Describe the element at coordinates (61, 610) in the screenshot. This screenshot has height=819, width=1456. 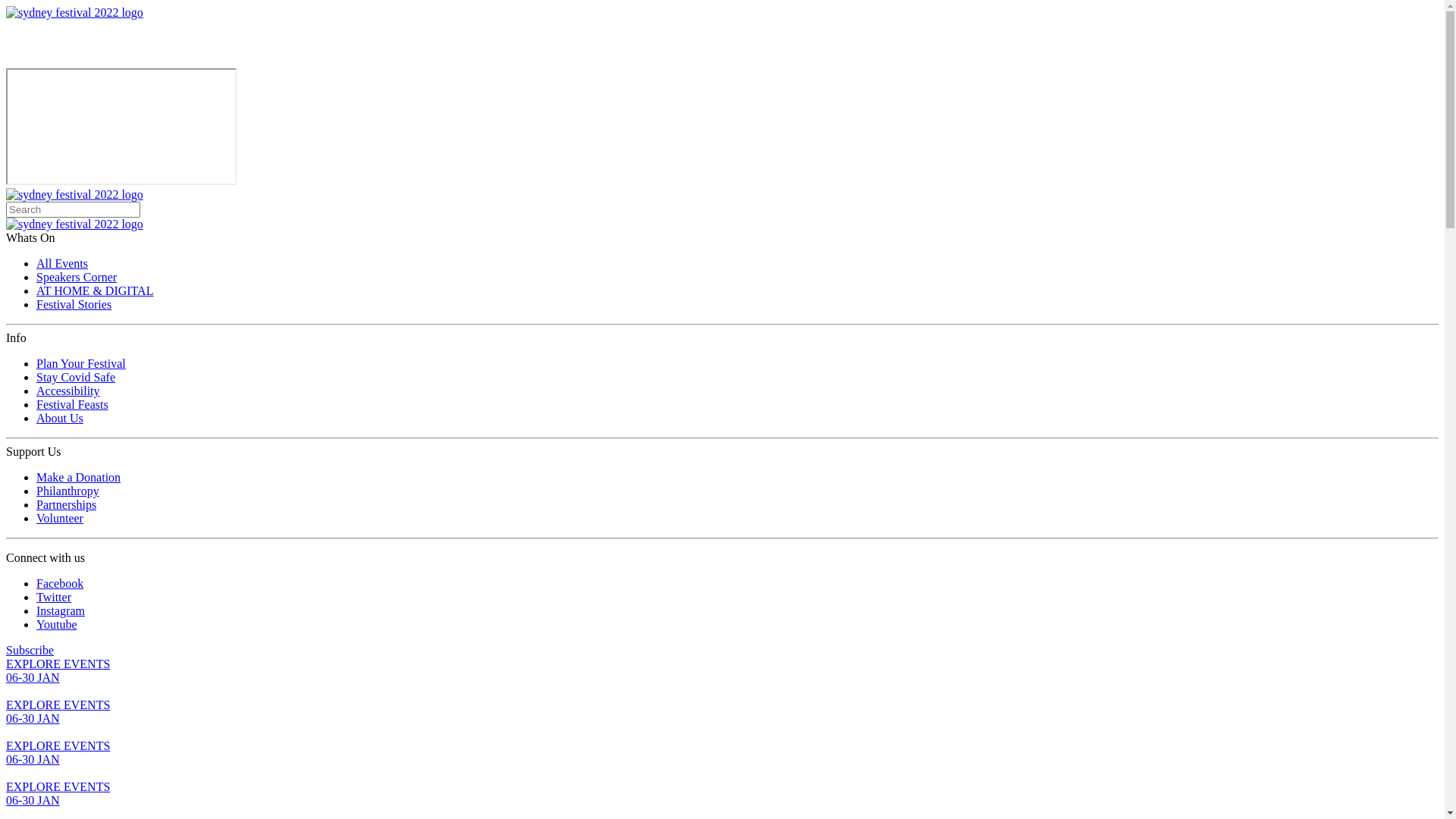
I see `'Instagram'` at that location.